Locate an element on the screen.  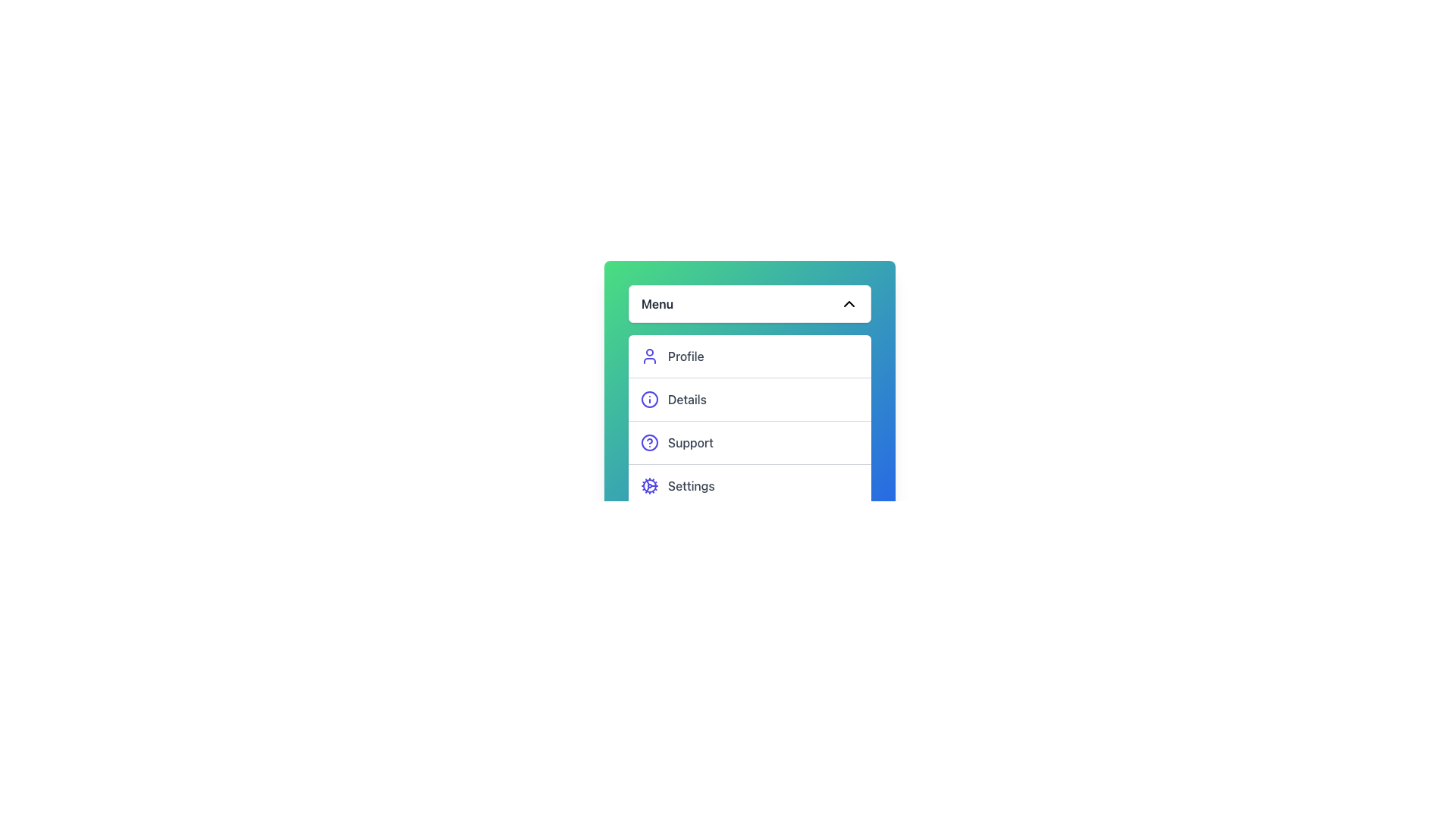
the icon located to the left of the 'Details' menu item in the dropdown is located at coordinates (650, 399).